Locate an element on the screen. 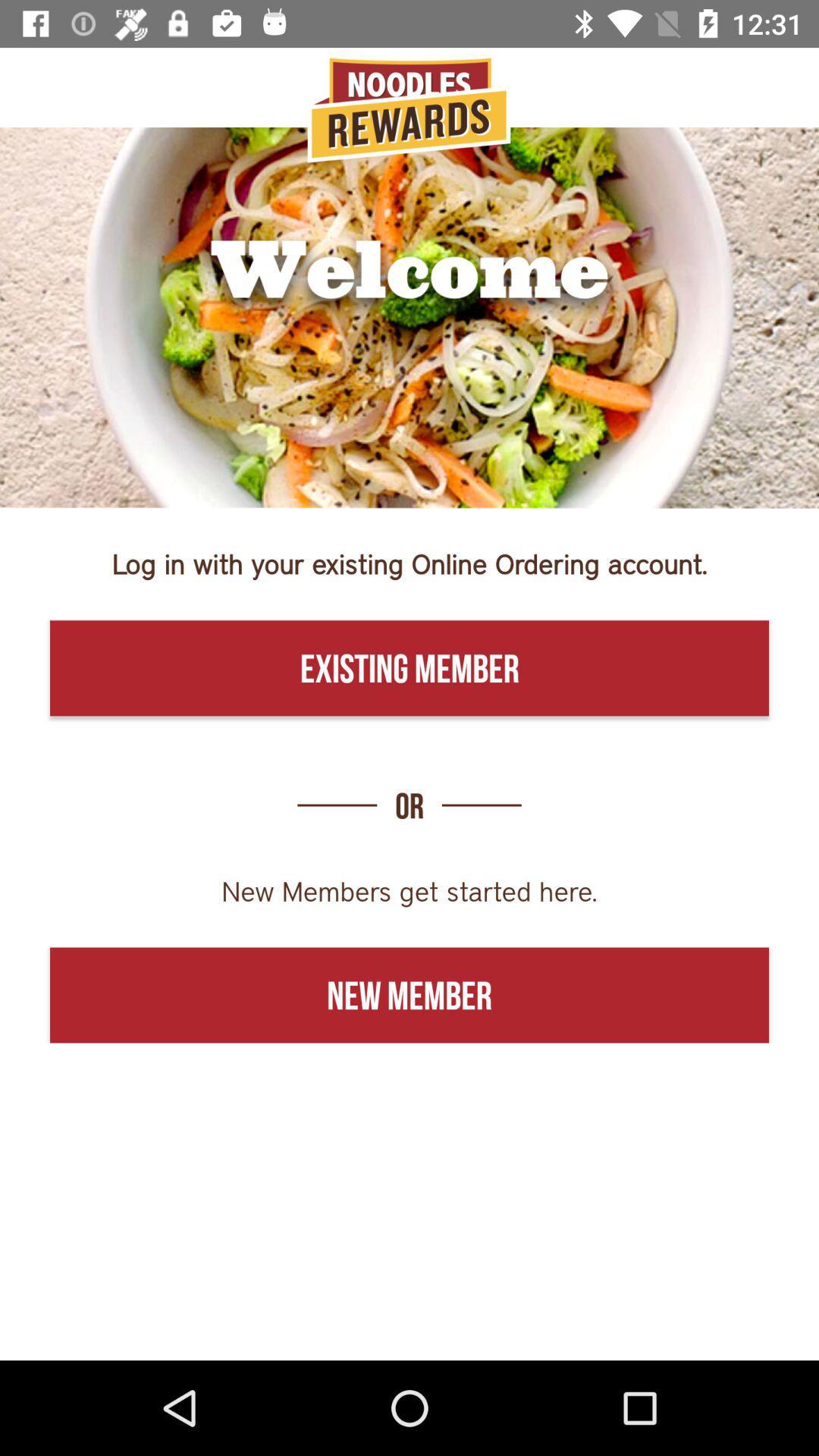  the item below log in with is located at coordinates (409, 667).